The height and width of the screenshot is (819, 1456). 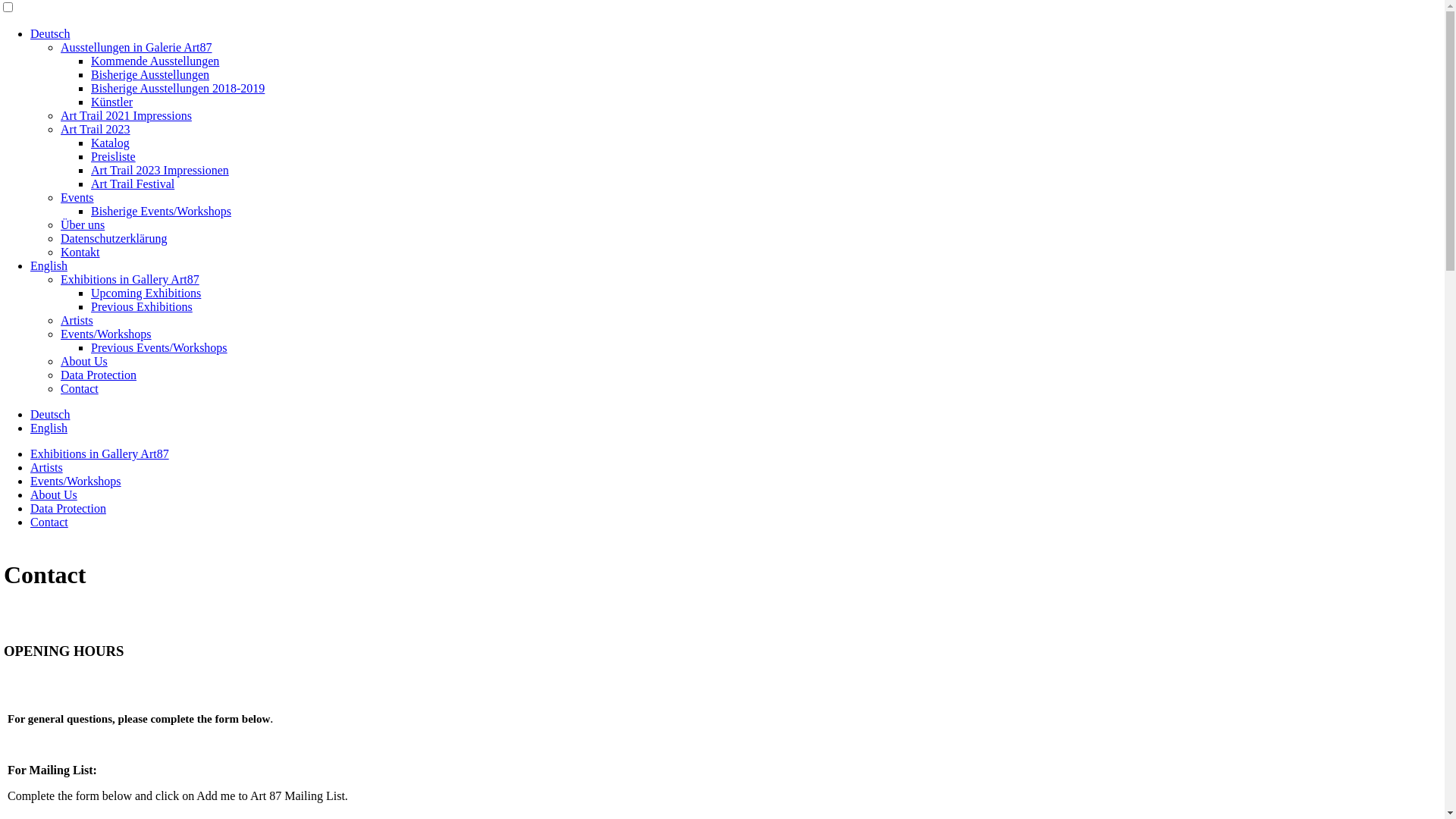 I want to click on 'Contact', so click(x=30, y=521).